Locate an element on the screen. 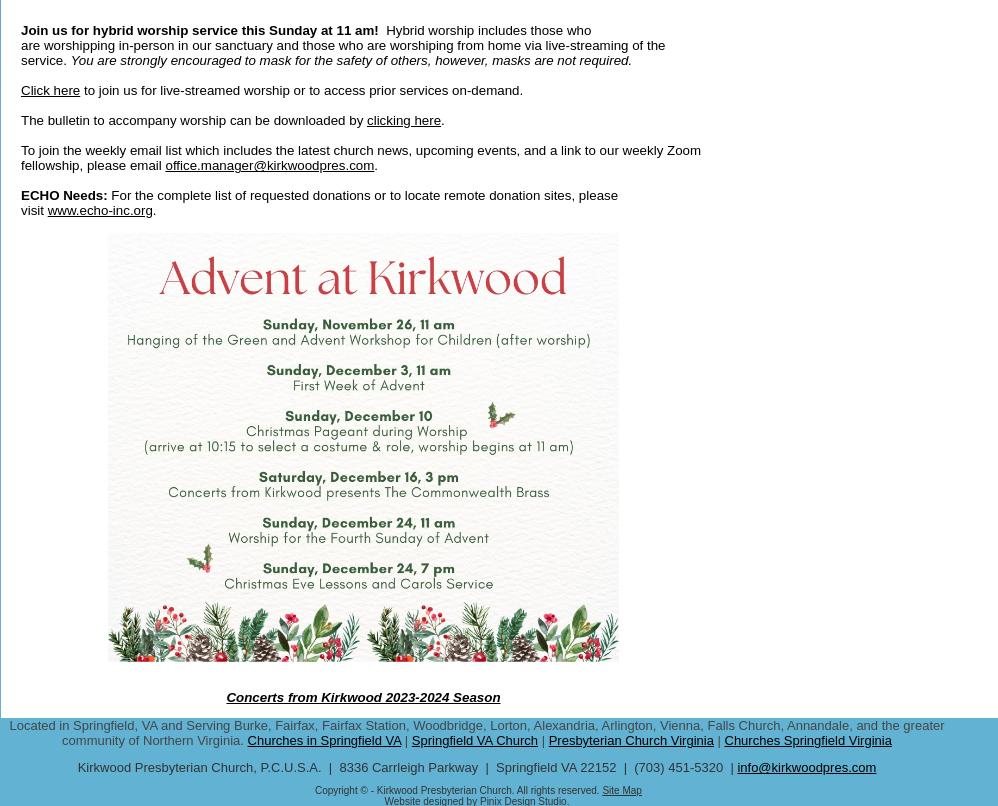 Image resolution: width=998 pixels, height=806 pixels. 'Kirkwood Presbyterian Church, P.C.U.S.A.  |  8336 Carrleigh Parkway  |  Springfield VA 22152  |  (703) 451-5320  |' is located at coordinates (76, 766).